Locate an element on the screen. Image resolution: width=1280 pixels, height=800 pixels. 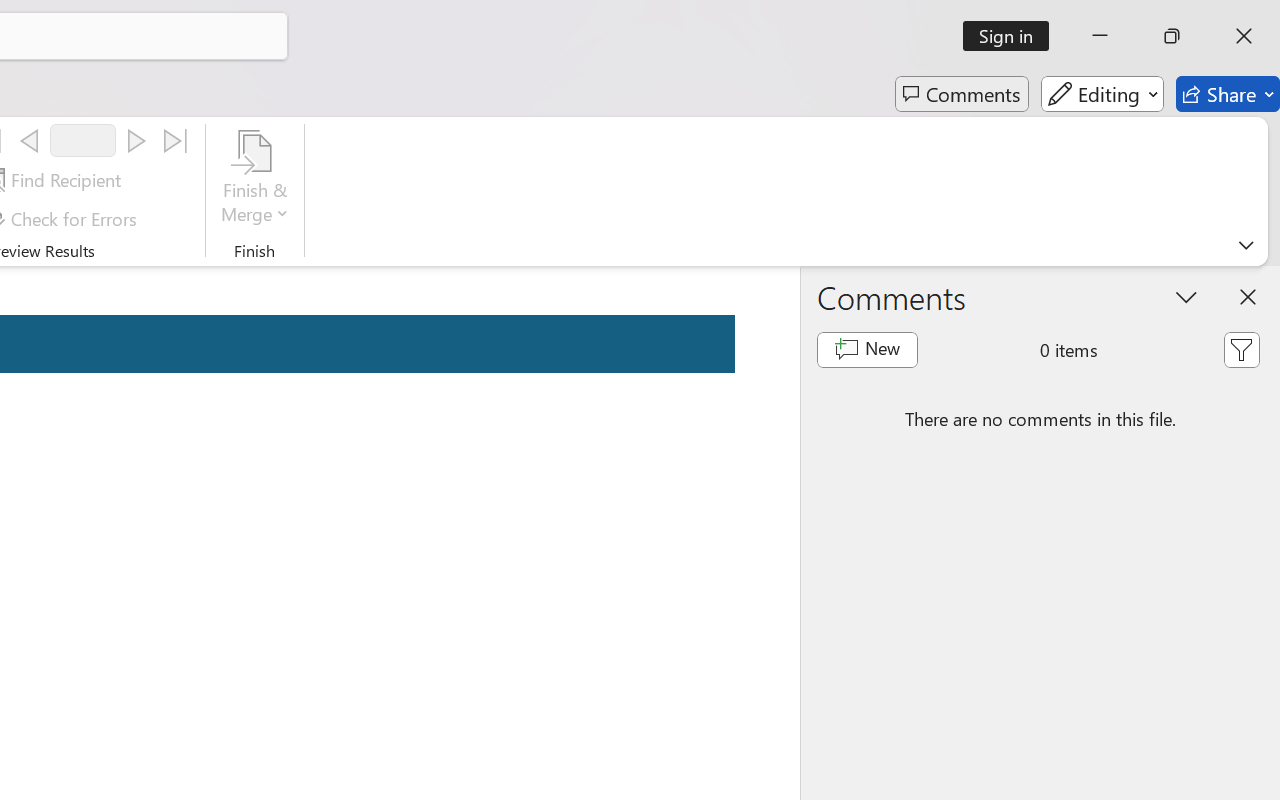
'Last' is located at coordinates (176, 141).